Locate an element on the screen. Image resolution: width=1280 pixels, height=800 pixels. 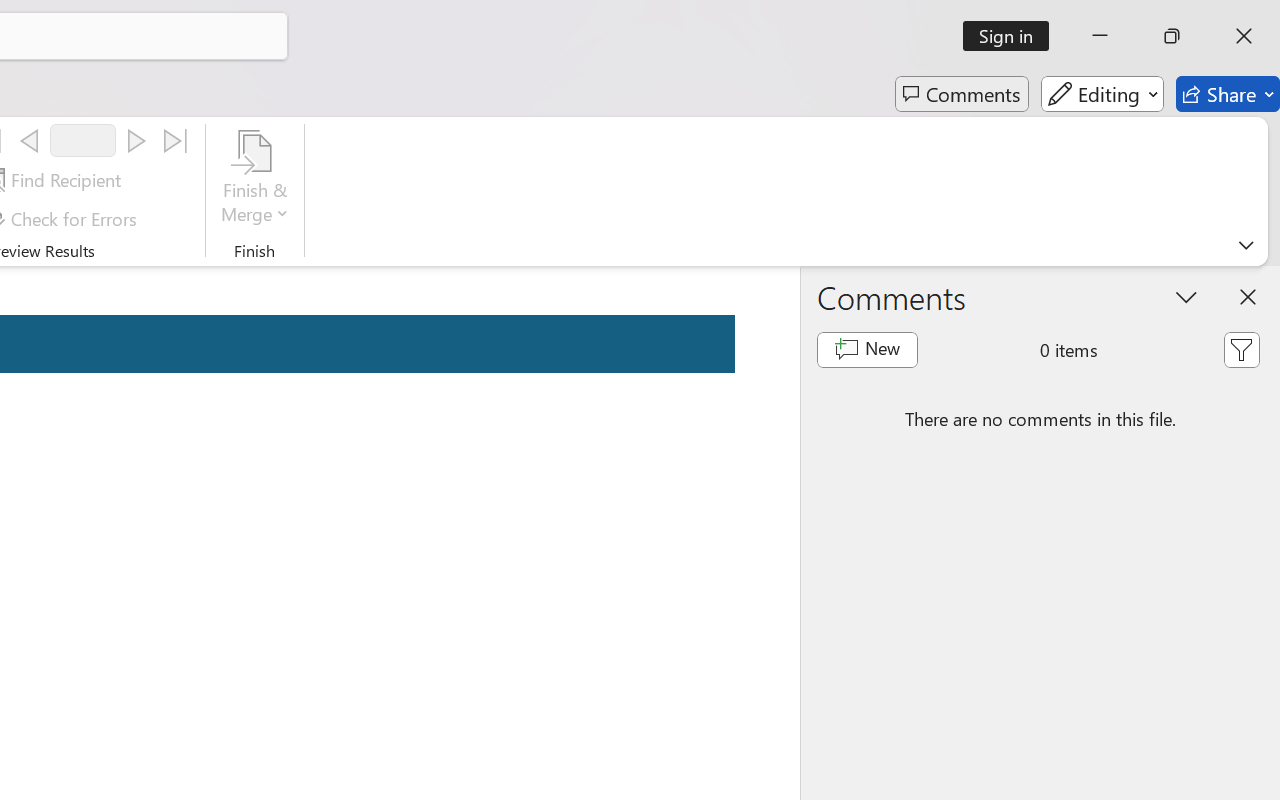
'Last' is located at coordinates (176, 141).